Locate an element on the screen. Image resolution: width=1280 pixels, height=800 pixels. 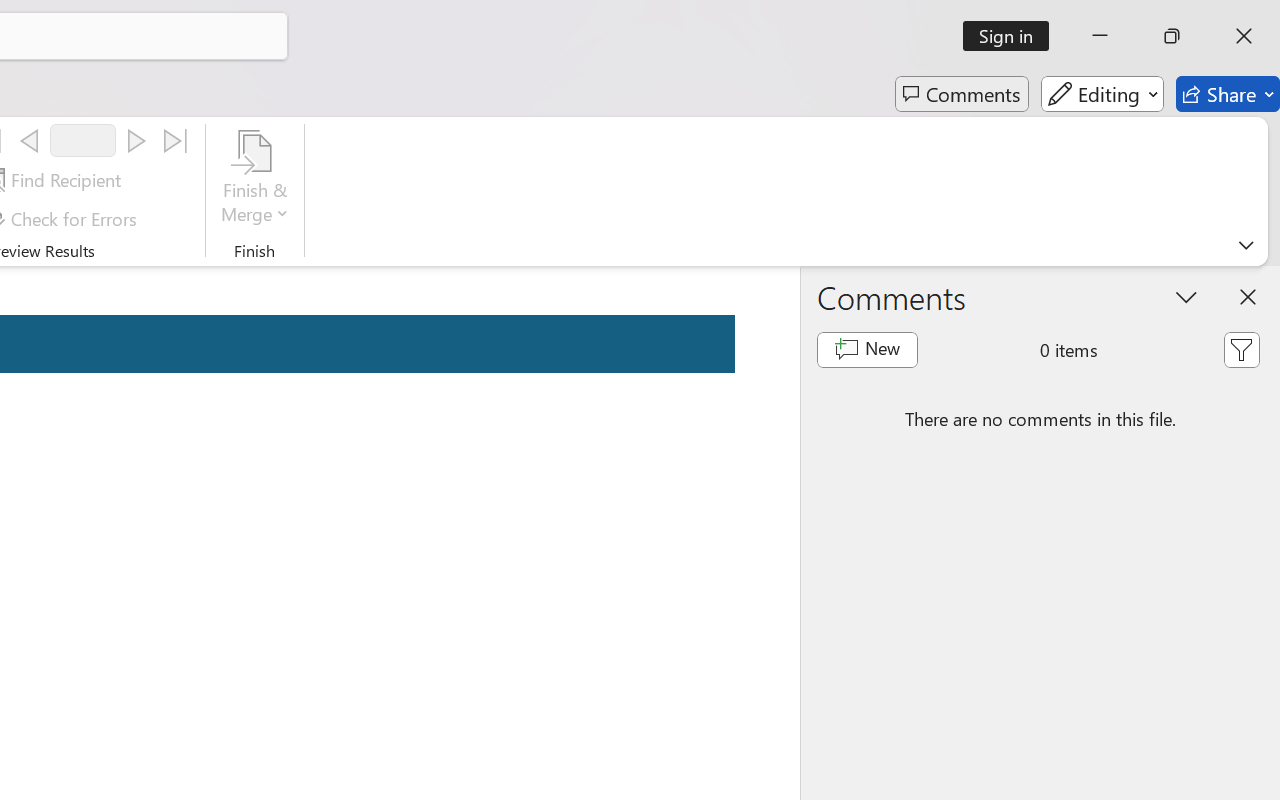
'Last' is located at coordinates (176, 141).